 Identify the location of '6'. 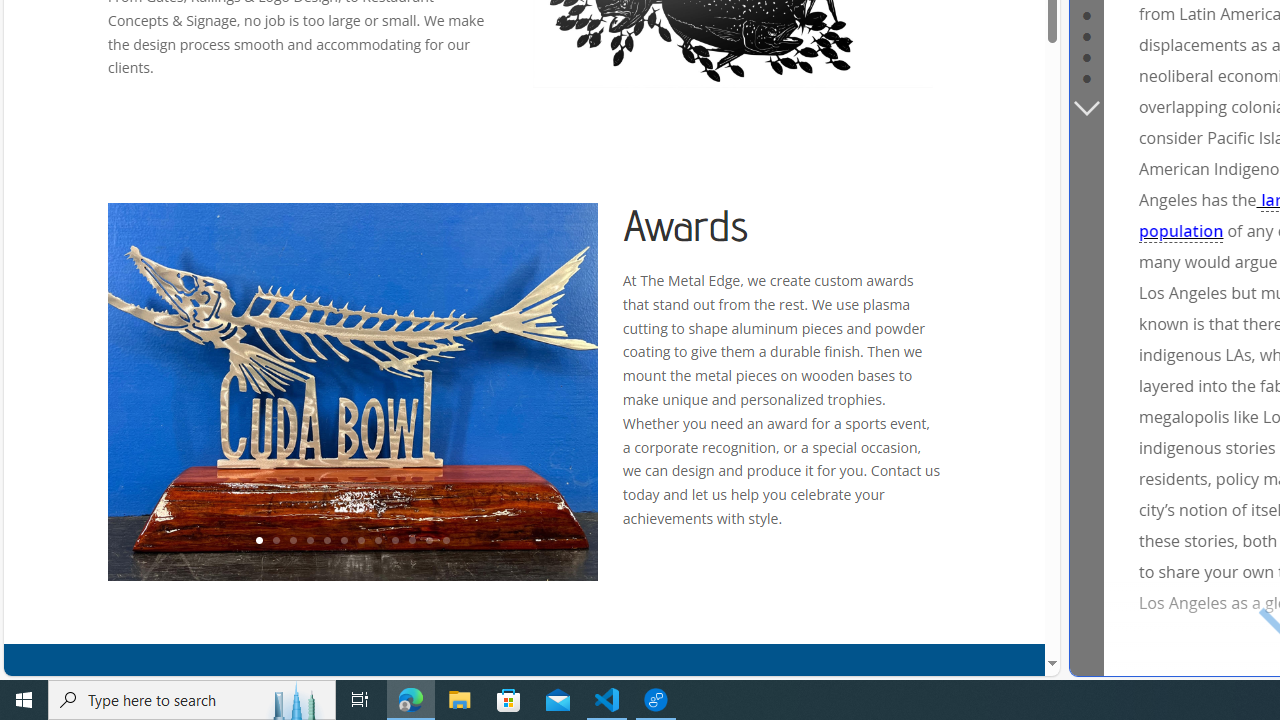
(344, 541).